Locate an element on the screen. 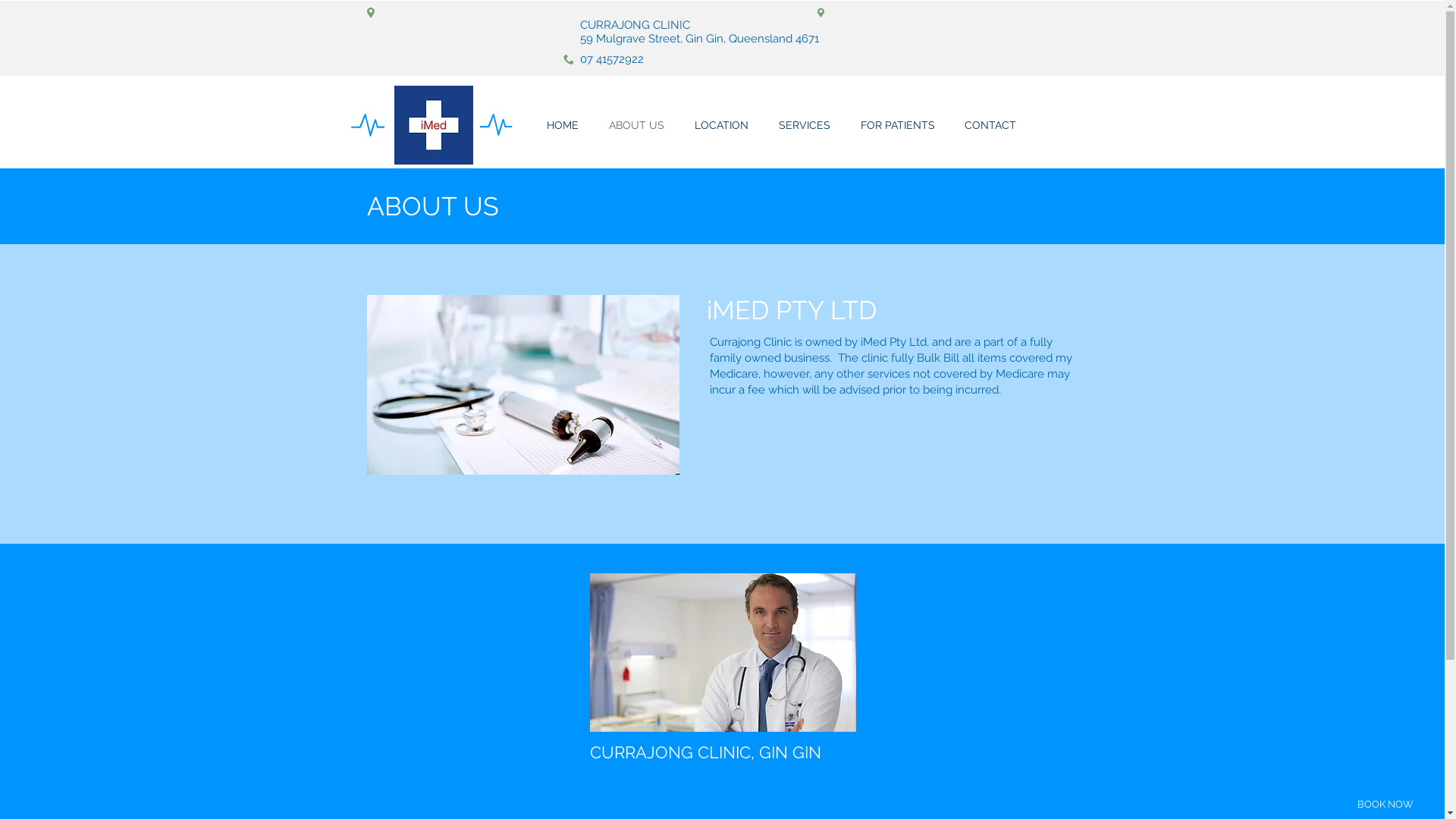 Image resolution: width=1456 pixels, height=819 pixels. 'CONTACT' is located at coordinates (990, 124).